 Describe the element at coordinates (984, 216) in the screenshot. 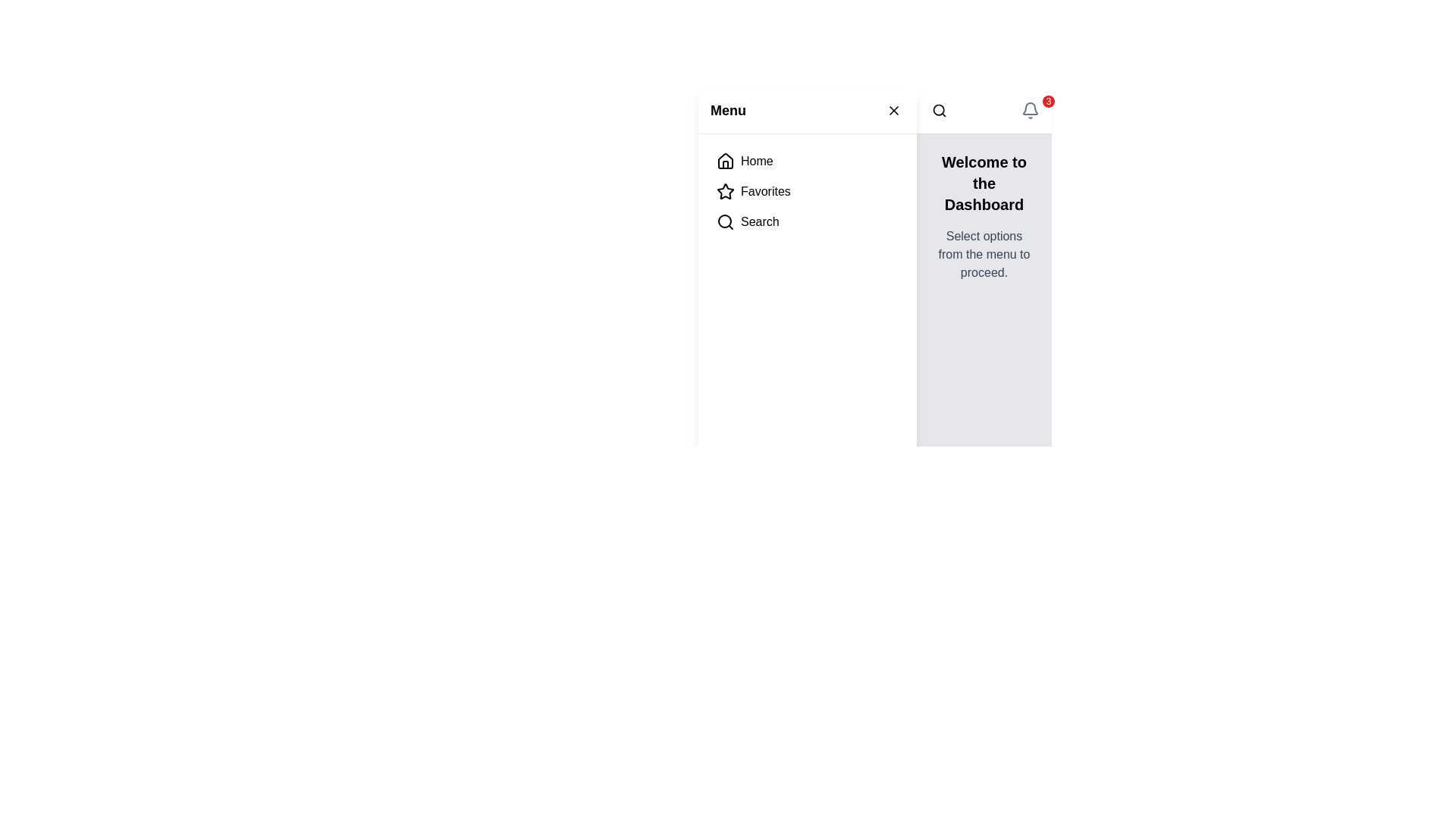

I see `the static text element displaying 'Welcome to the Dashboard' and 'Select options from the menu to proceed.'` at that location.